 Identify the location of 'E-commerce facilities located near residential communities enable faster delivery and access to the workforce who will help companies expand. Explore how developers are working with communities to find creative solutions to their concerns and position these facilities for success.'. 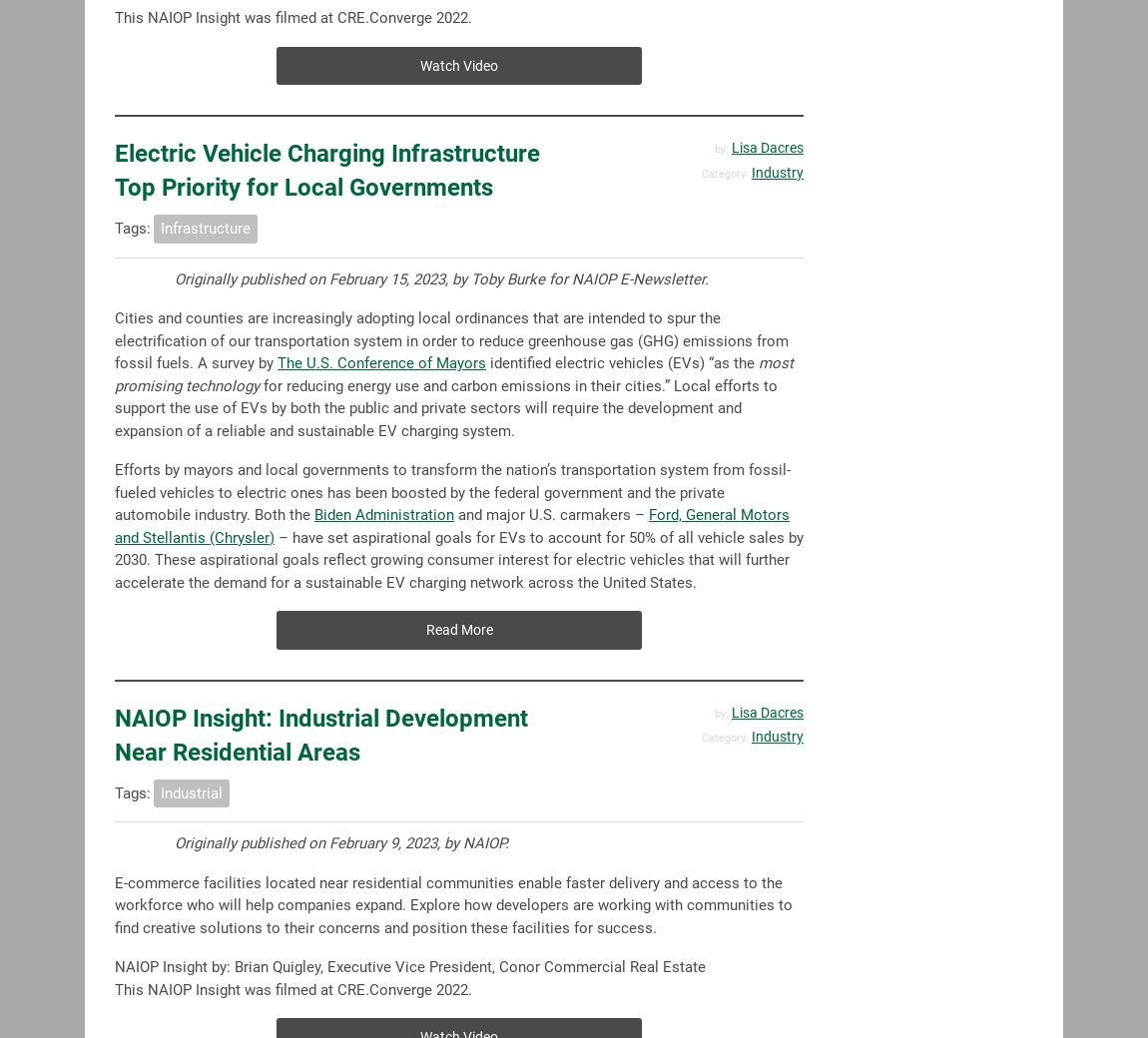
(453, 903).